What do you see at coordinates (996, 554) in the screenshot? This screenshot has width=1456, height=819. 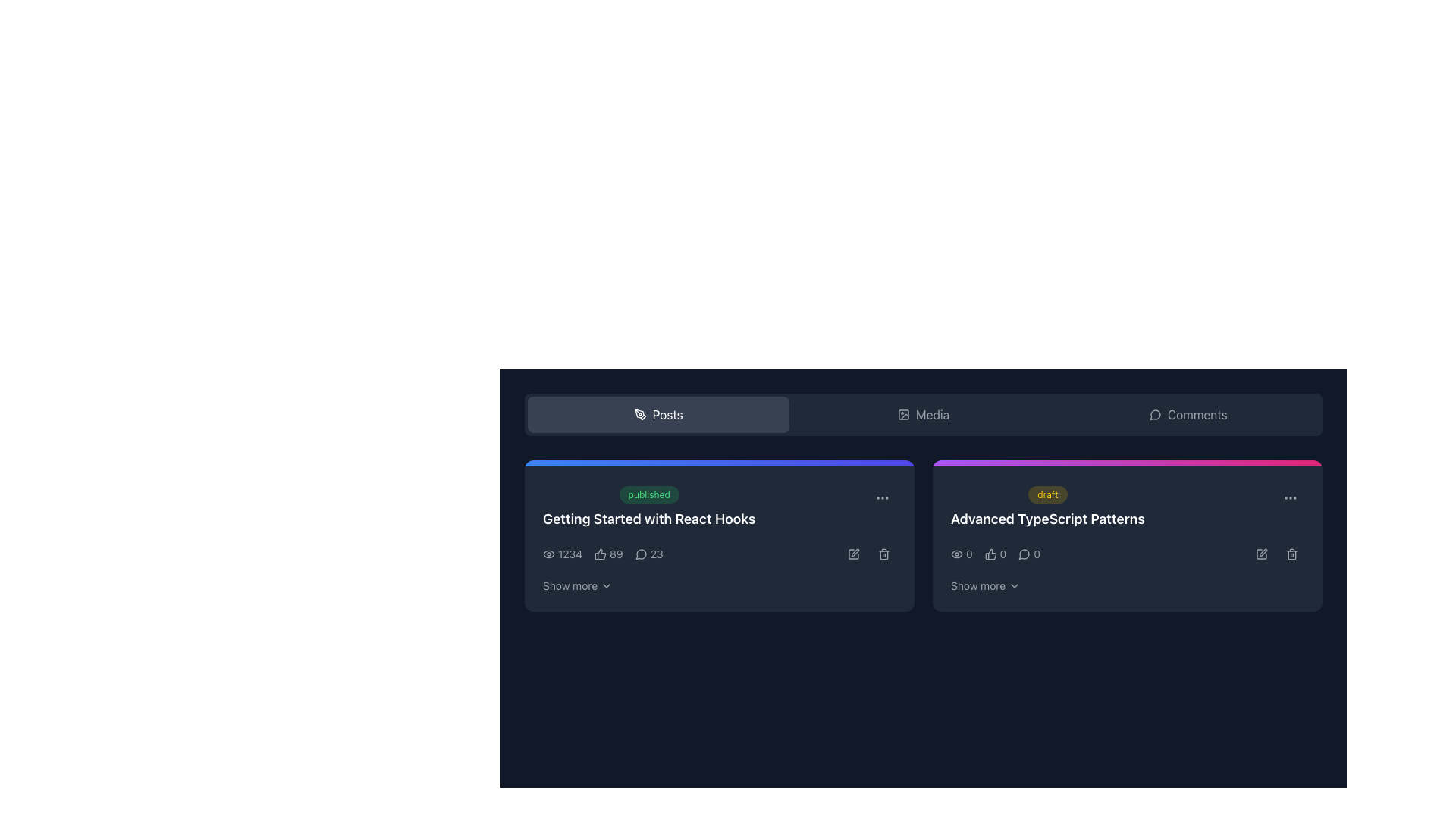 I see `the thumbs-up icon displaying '0' to increment or register a 'like' in the Advanced TypeScript Patterns card` at bounding box center [996, 554].